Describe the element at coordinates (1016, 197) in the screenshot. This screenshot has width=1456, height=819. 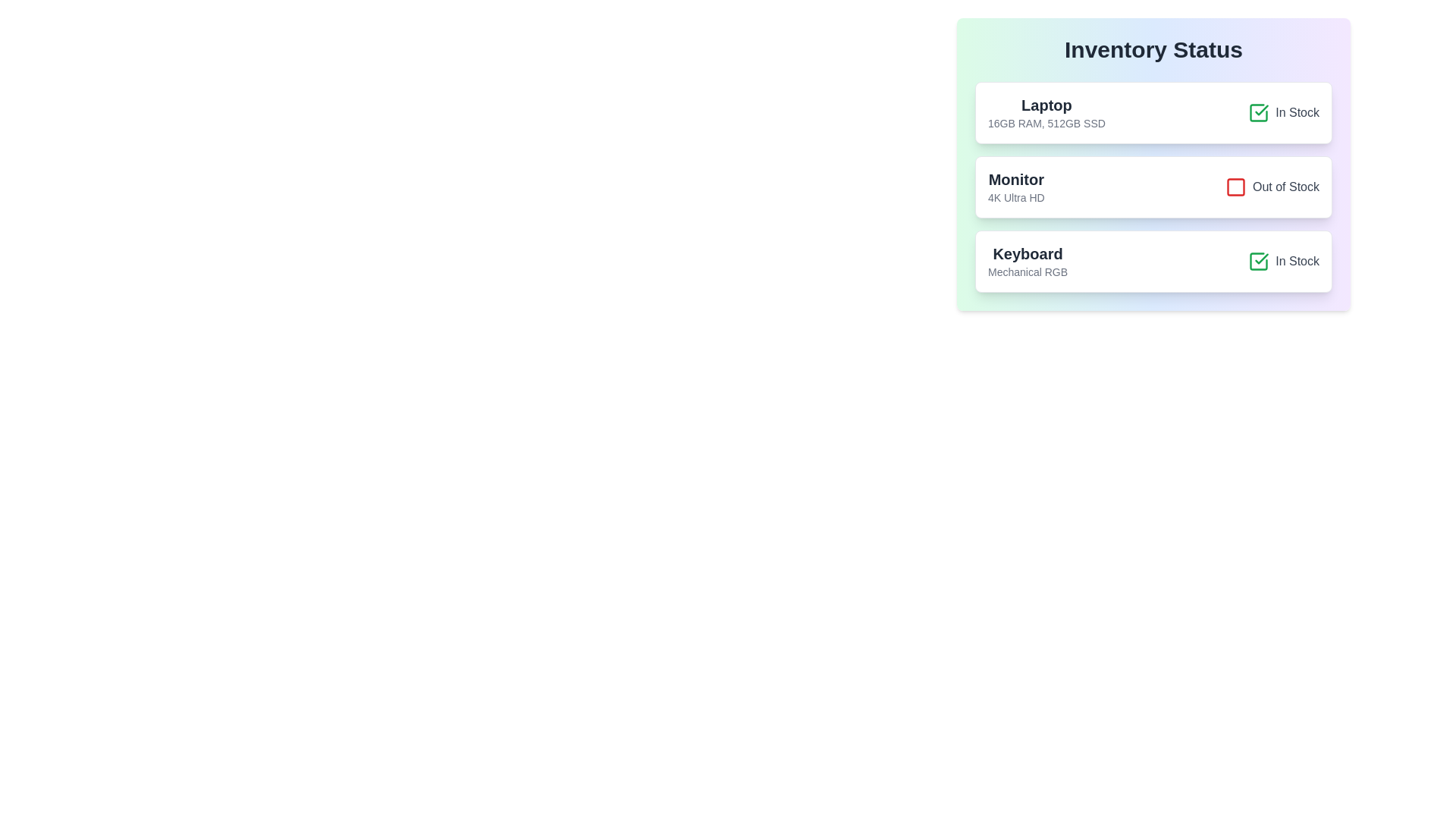
I see `the text label '4K Ultra HD' located below the 'Monitor' label in the product information card` at that location.